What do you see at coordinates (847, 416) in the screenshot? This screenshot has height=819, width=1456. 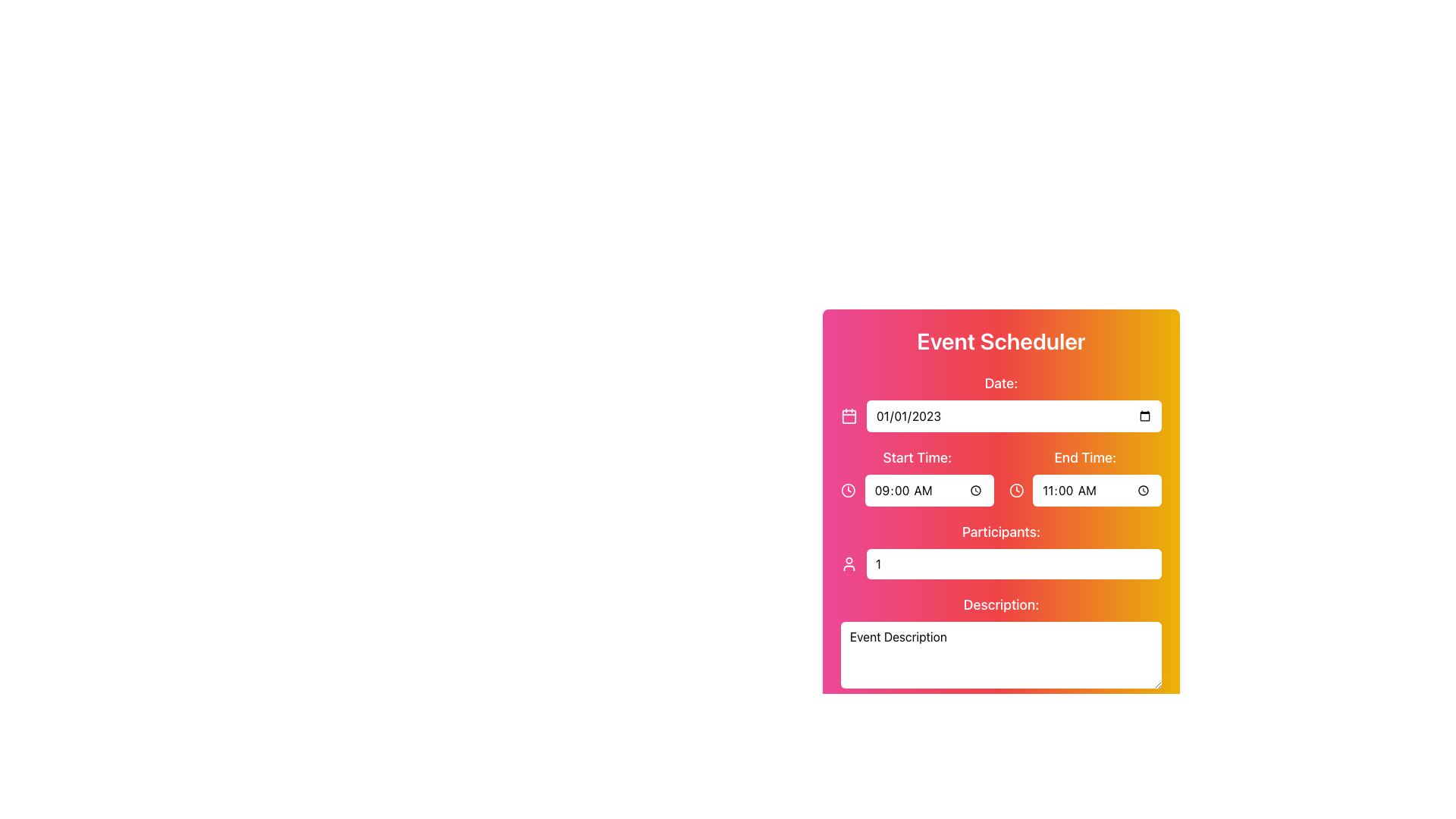 I see `the calendar icon located to the left of the 'Date:' label in the 'Event Scheduler' section` at bounding box center [847, 416].